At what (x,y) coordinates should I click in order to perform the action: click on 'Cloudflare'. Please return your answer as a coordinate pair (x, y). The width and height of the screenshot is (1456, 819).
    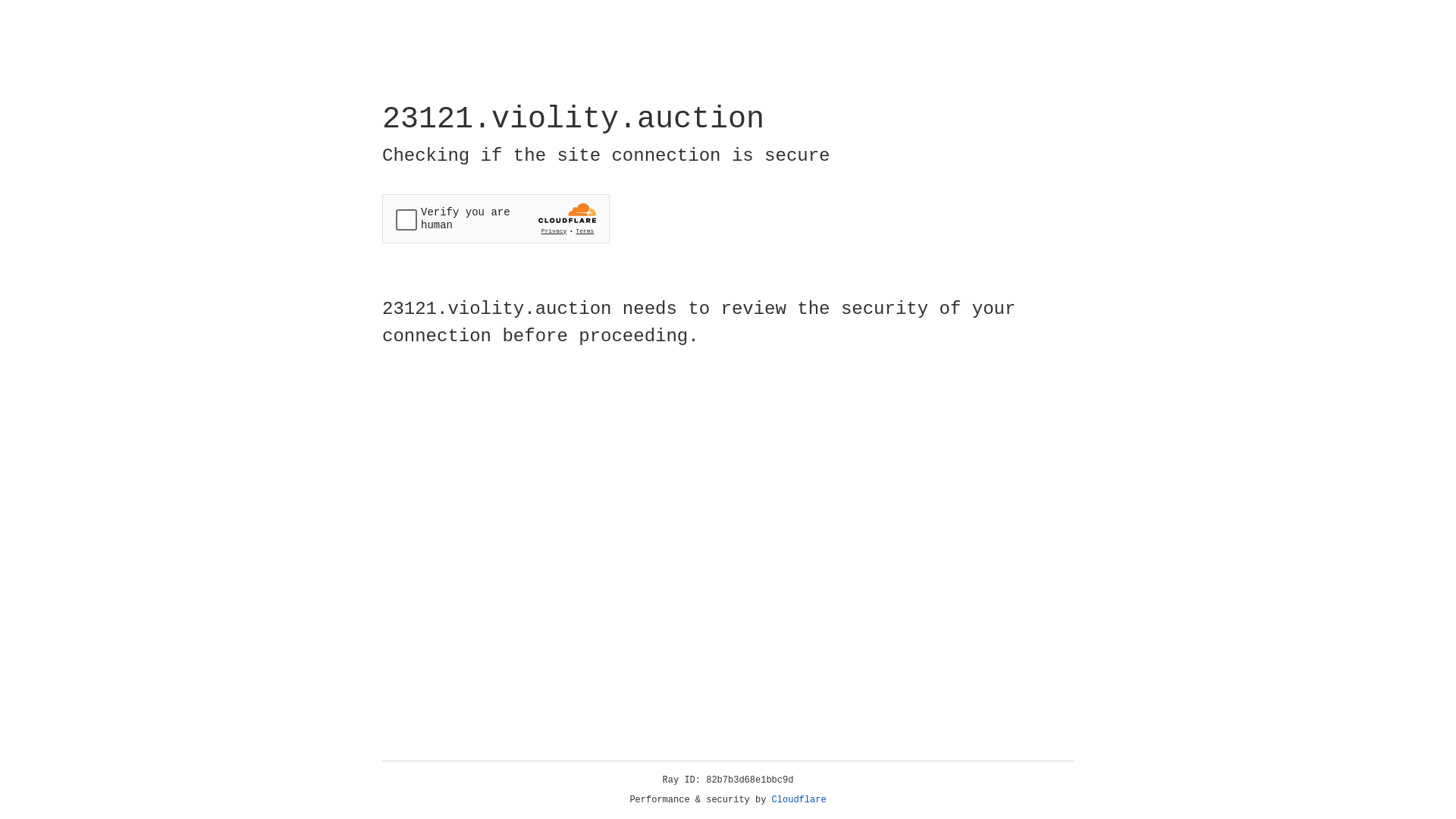
    Looking at the image, I should click on (771, 799).